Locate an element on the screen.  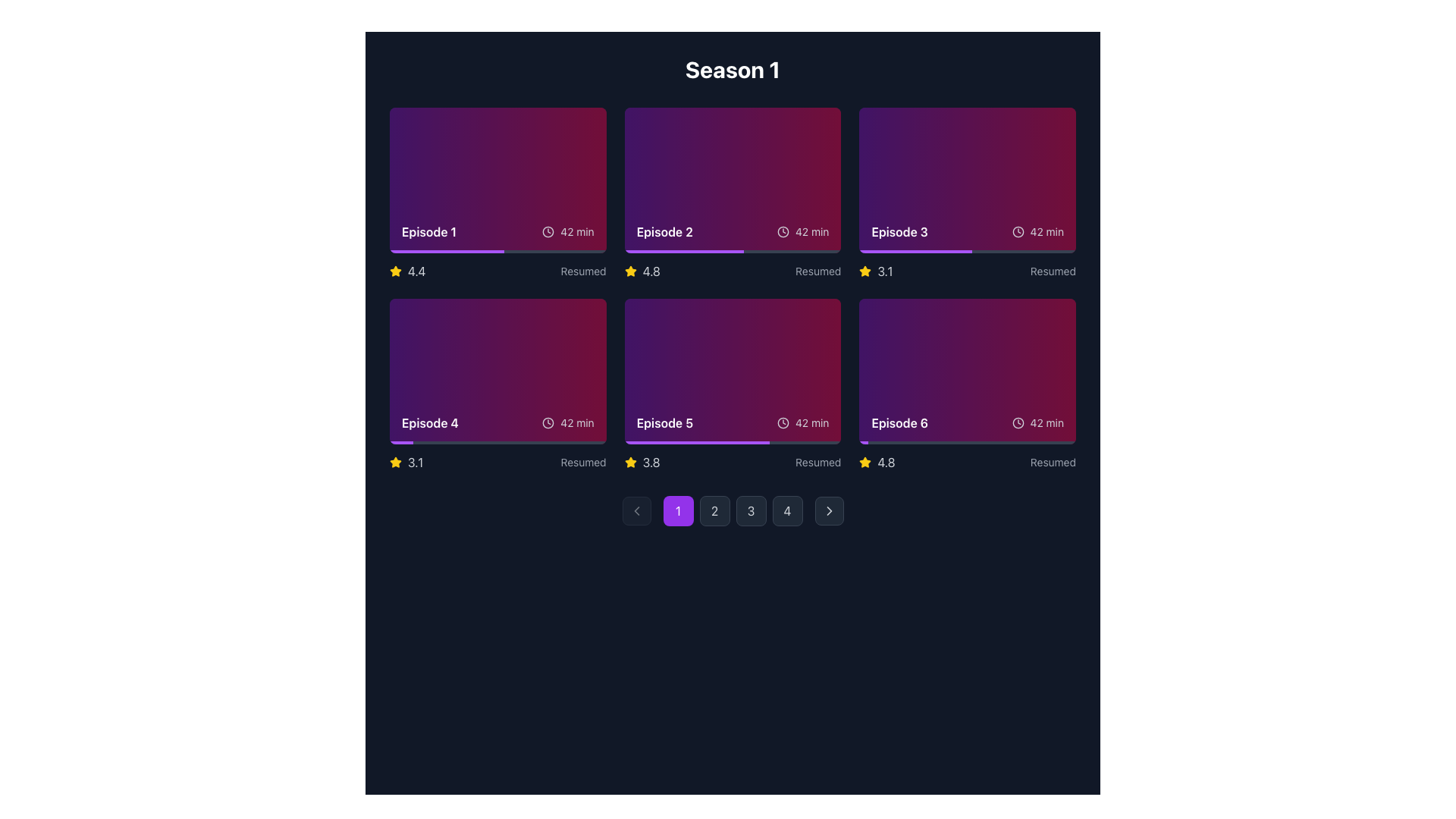
text content of the Text Label displaying the duration of Episode 2, positioned to the immediate right of the clock icon is located at coordinates (811, 231).